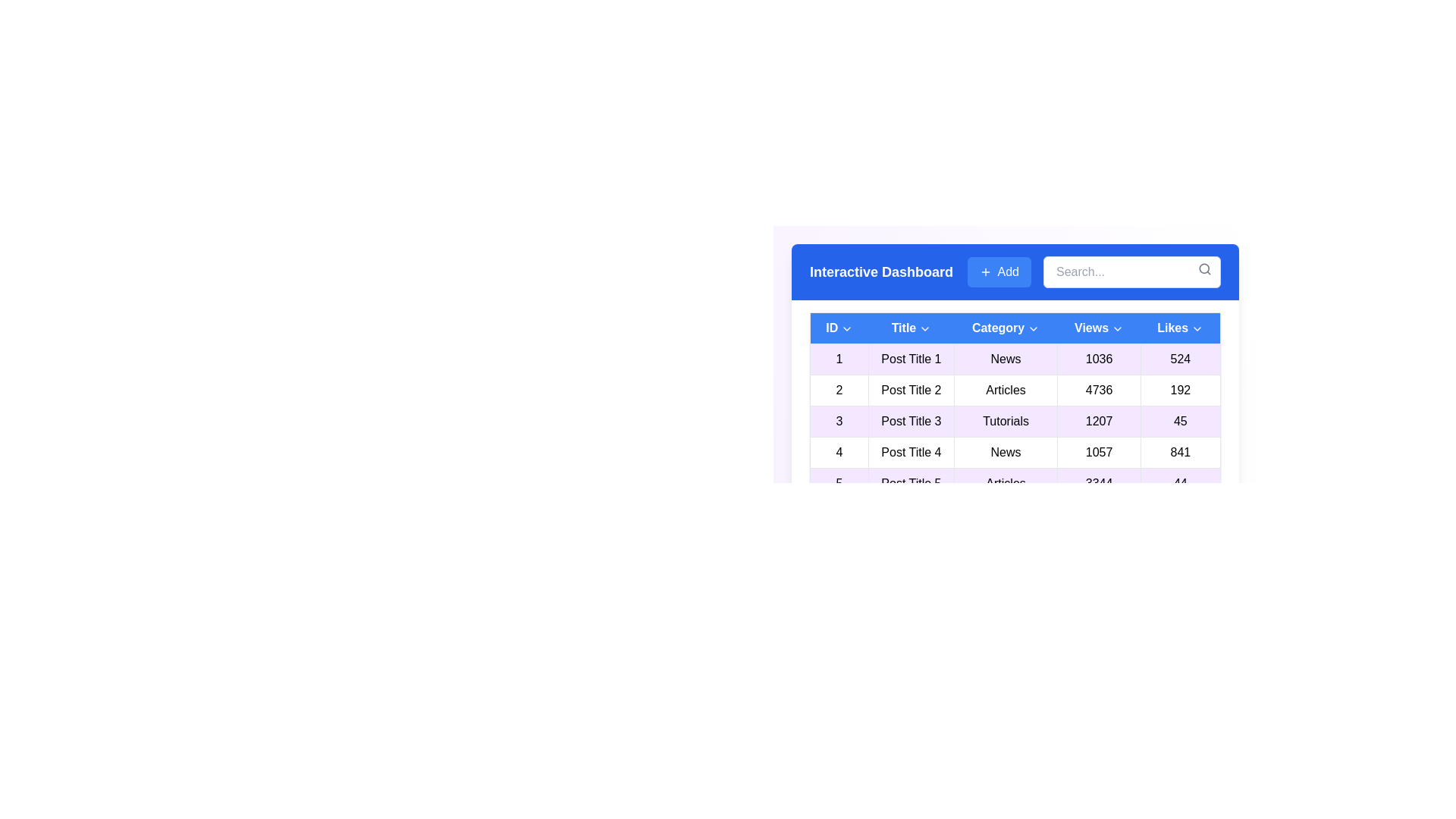 The width and height of the screenshot is (1456, 819). I want to click on the column header to sort by ID, so click(839, 327).